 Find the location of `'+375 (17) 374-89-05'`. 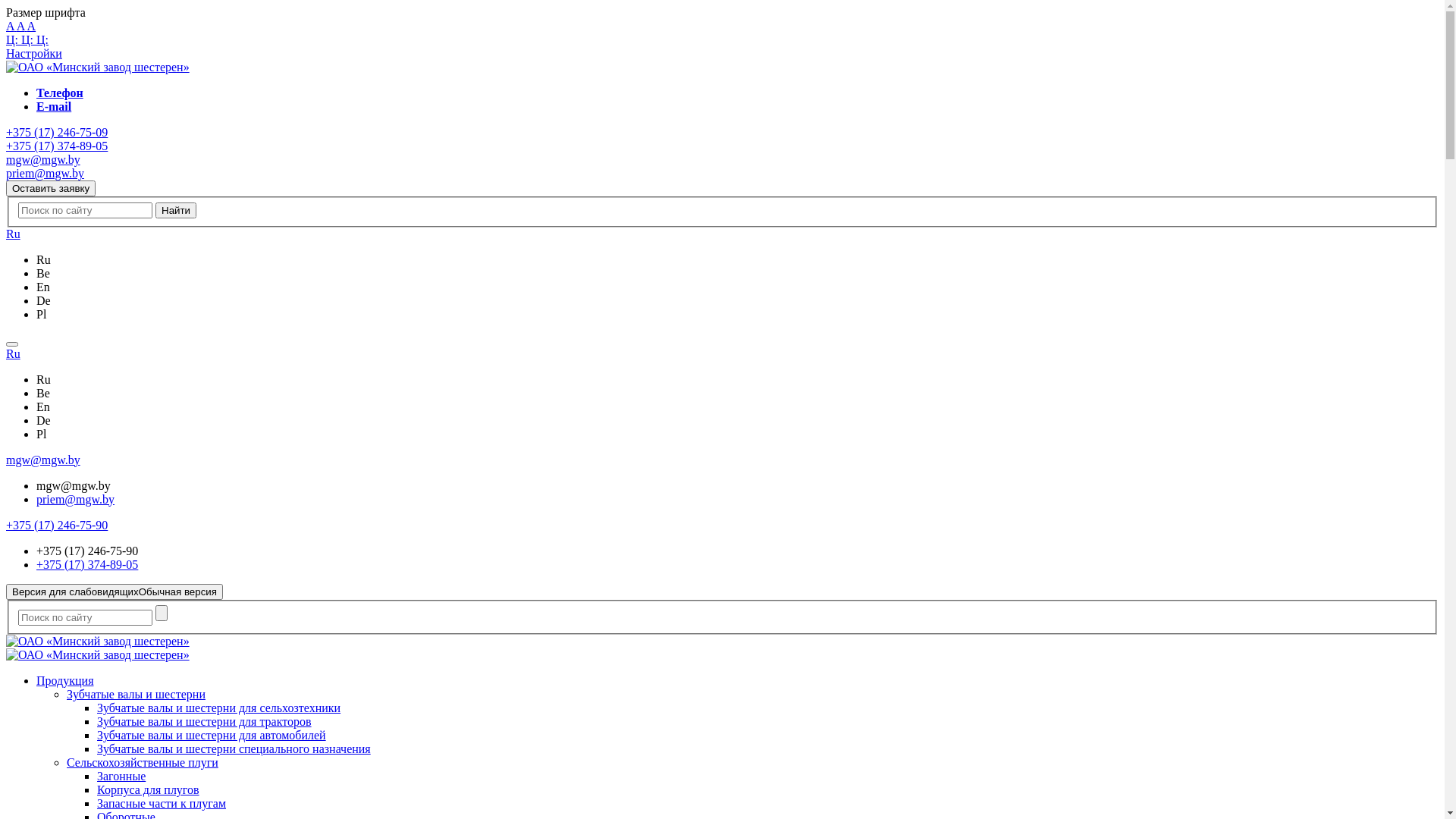

'+375 (17) 374-89-05' is located at coordinates (36, 564).